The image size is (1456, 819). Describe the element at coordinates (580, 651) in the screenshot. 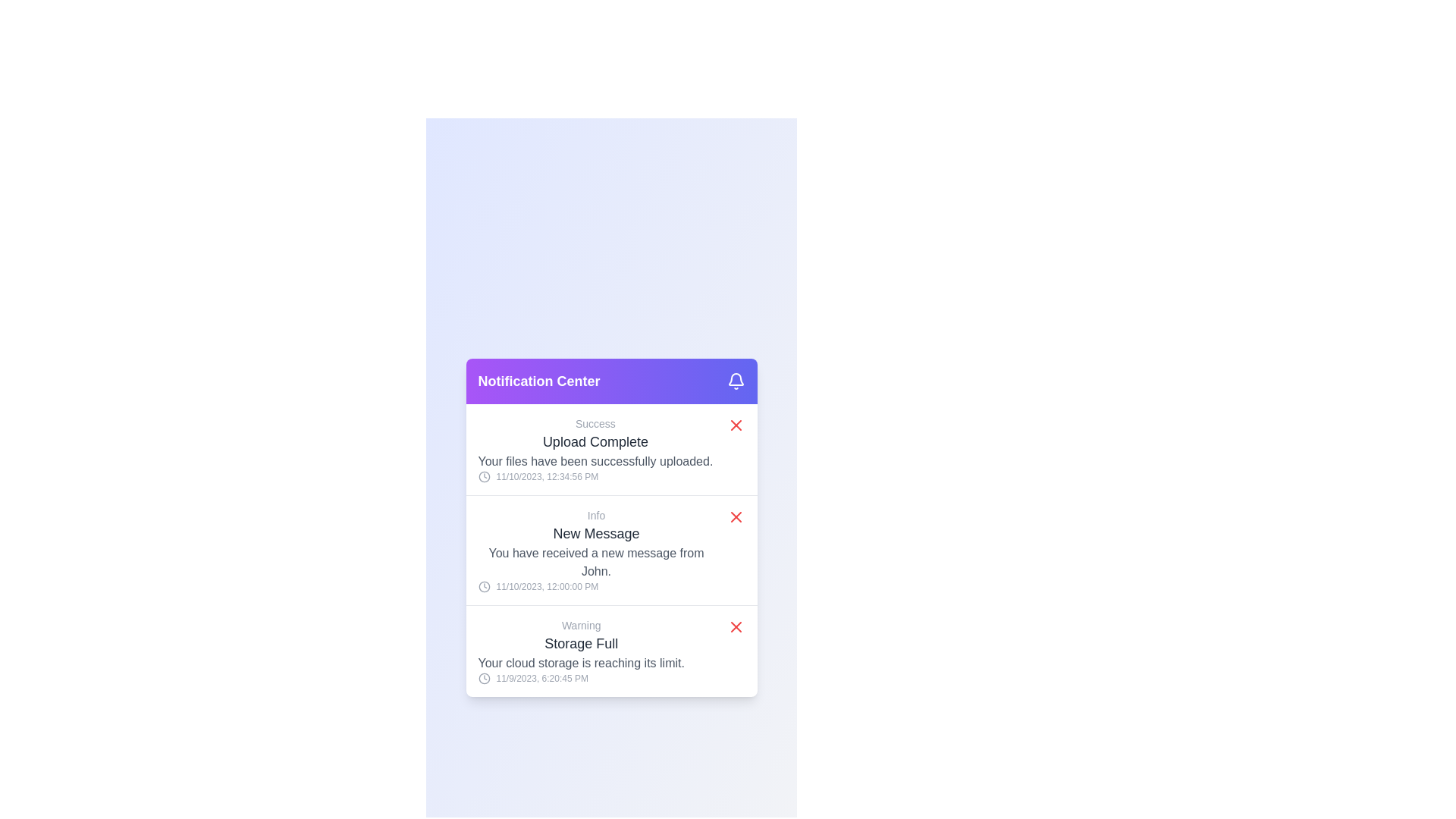

I see `the timestamp on the Notification Card that alerts the user about their cloud storage being nearly full, located at the bottom of the Notification Center panel` at that location.